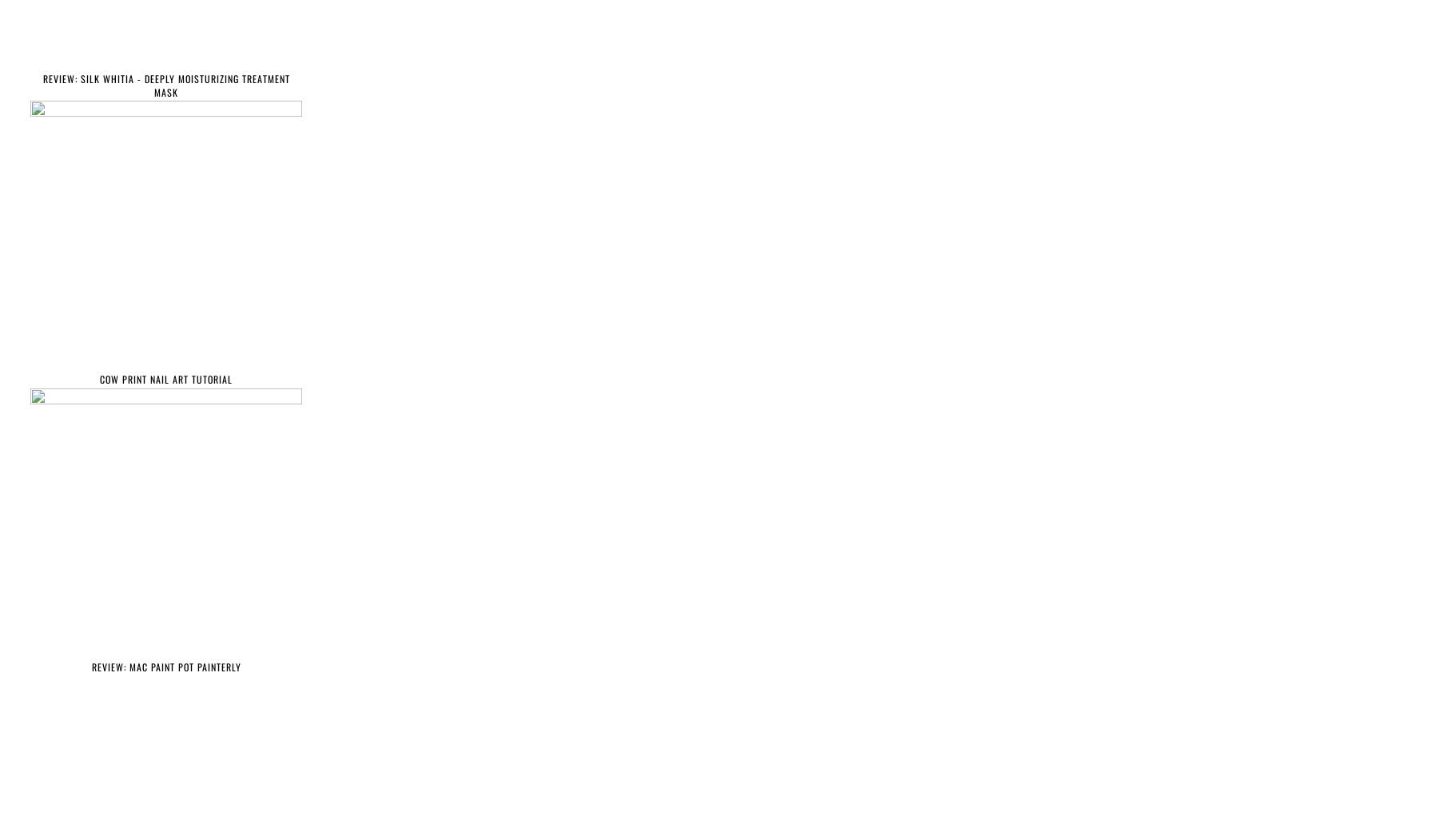 This screenshot has width=1445, height=840. What do you see at coordinates (97, 782) in the screenshot?
I see `'KOREAN BEAUTY REVIEWS'` at bounding box center [97, 782].